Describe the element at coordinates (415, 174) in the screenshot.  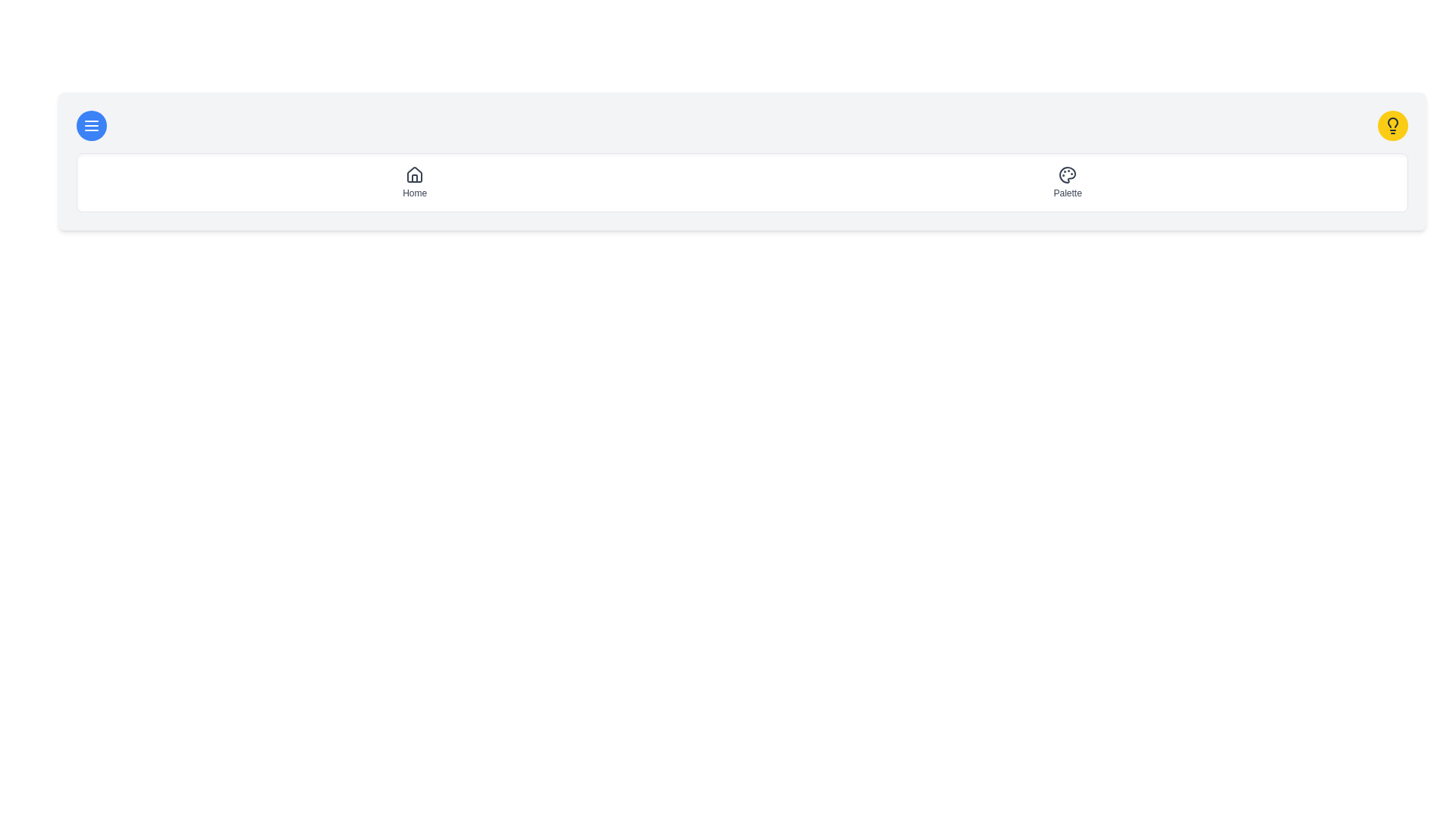
I see `the stylized house icon located in the top navigation bar` at that location.